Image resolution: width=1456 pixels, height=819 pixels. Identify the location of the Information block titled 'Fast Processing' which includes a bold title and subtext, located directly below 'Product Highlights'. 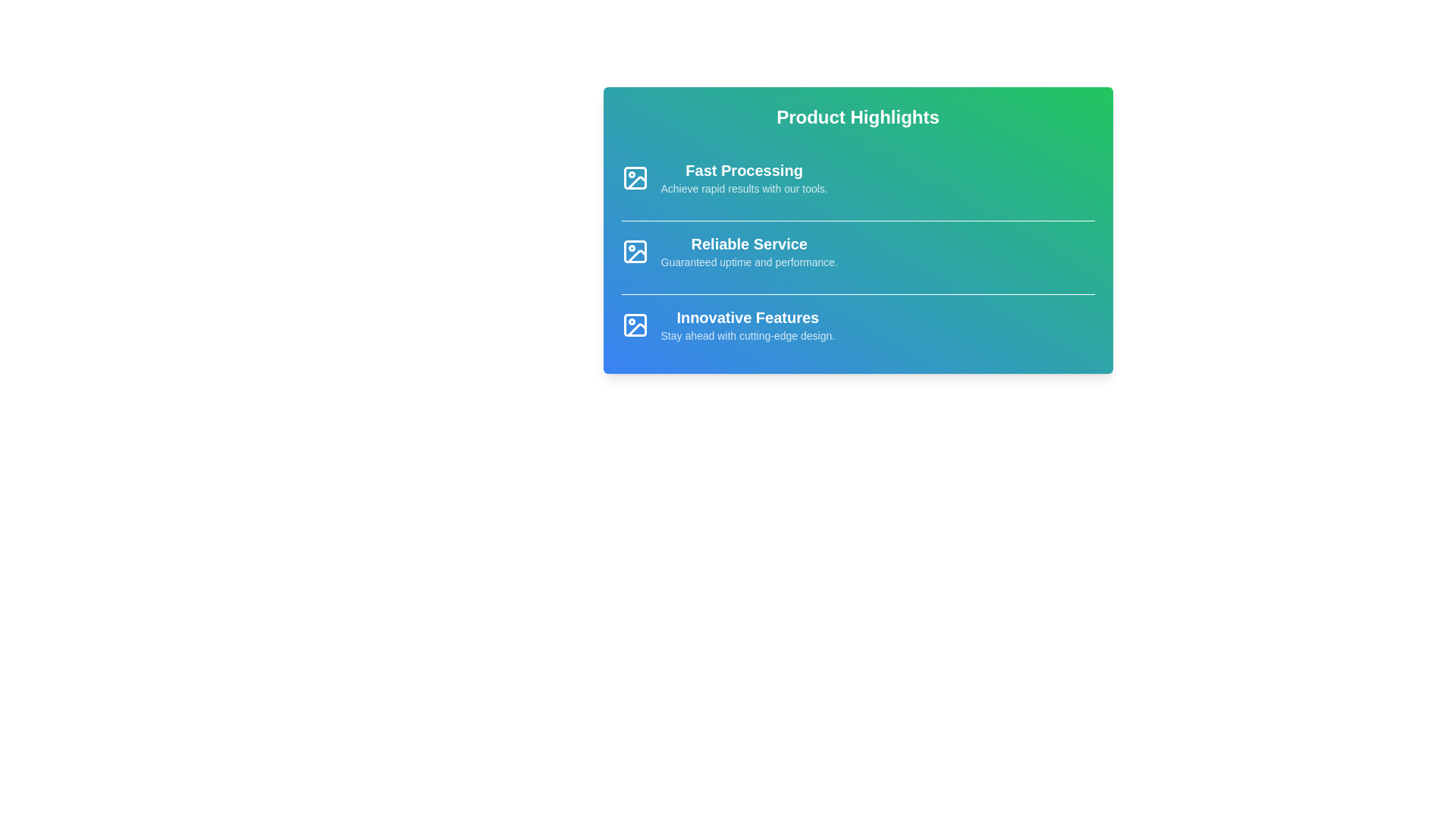
(858, 177).